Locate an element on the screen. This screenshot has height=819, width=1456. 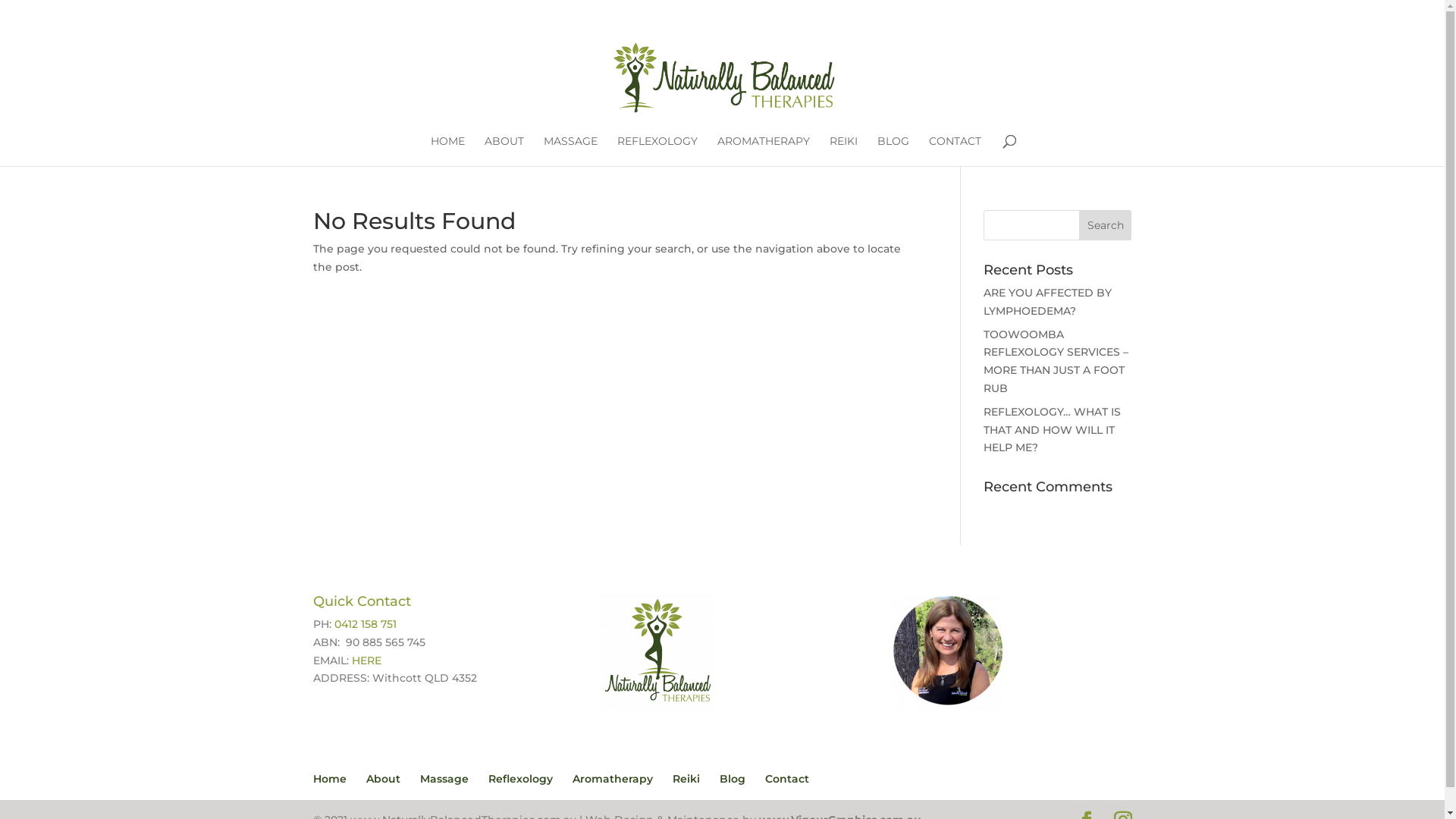
'About' is located at coordinates (382, 778).